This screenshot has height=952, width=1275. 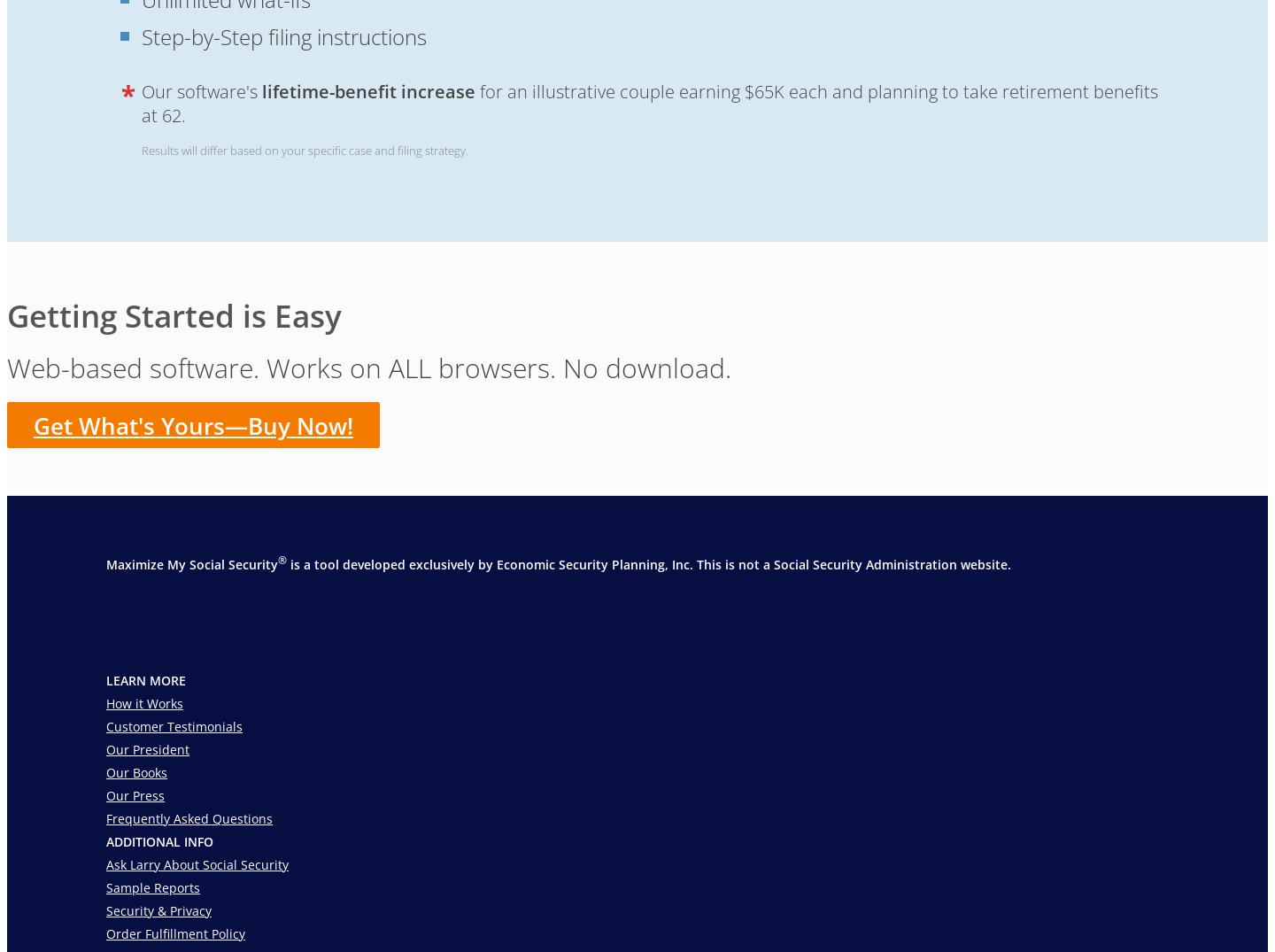 What do you see at coordinates (147, 749) in the screenshot?
I see `'Our President'` at bounding box center [147, 749].